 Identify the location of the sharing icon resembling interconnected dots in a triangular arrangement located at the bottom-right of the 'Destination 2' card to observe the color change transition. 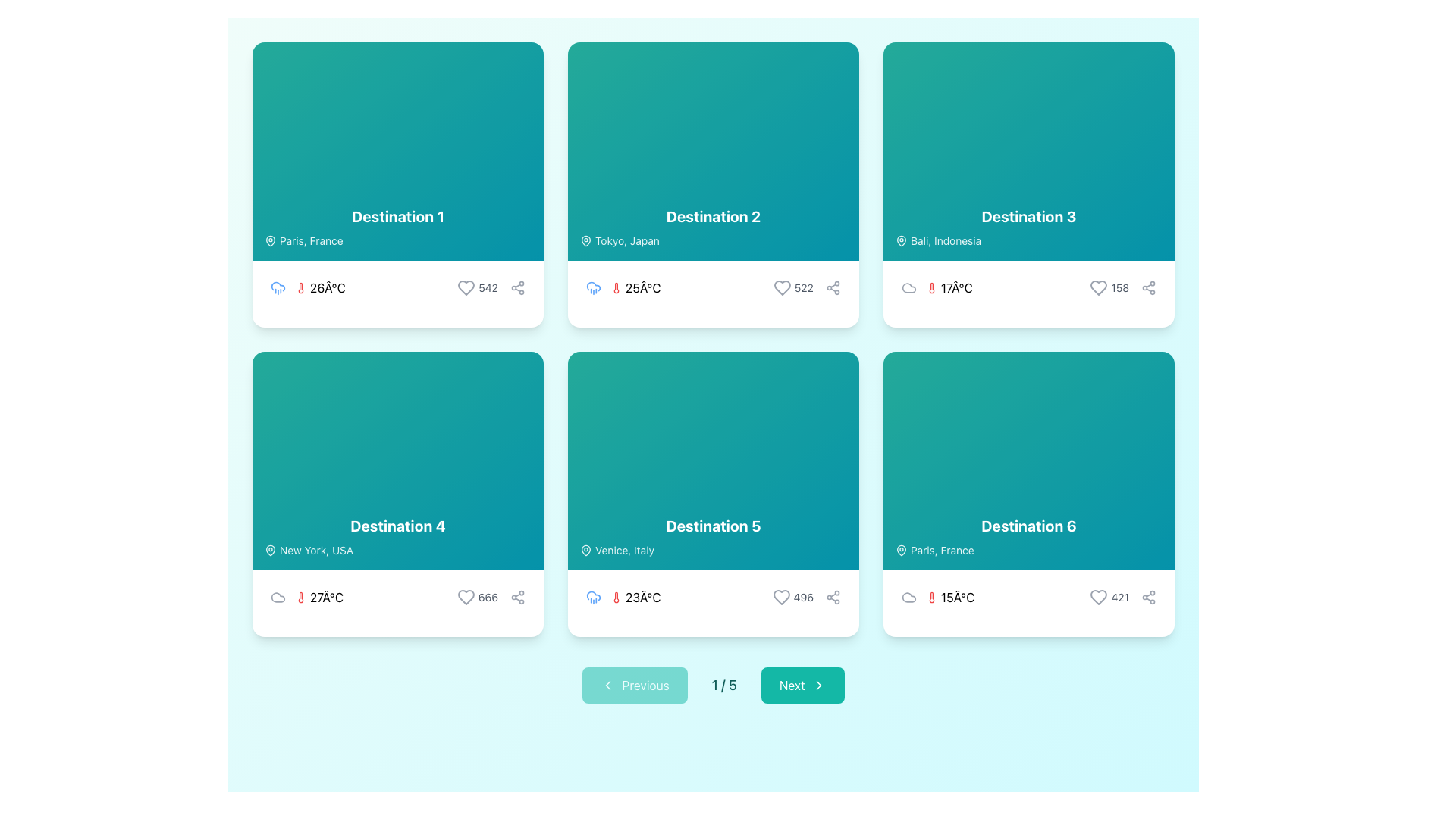
(833, 288).